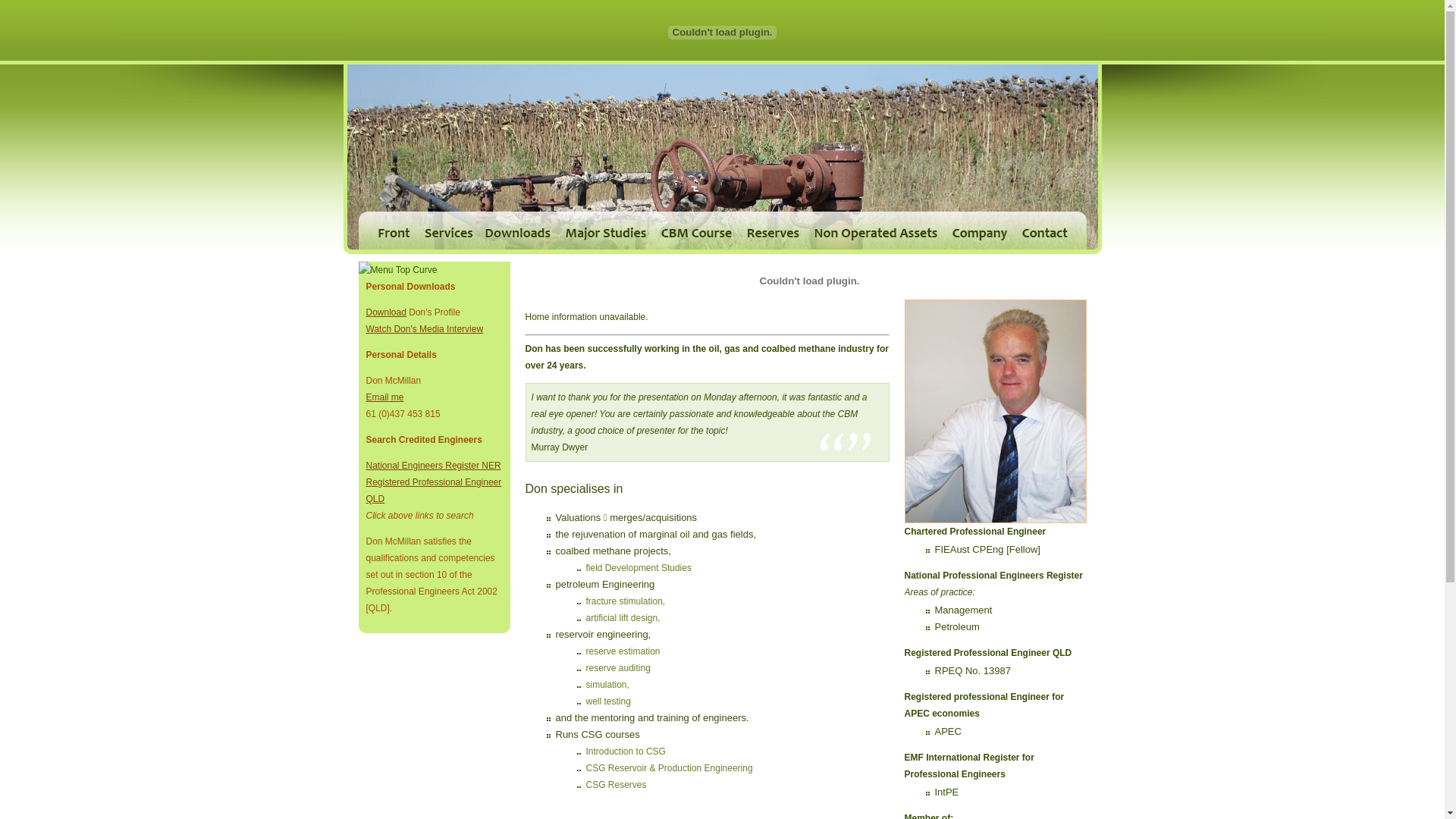 This screenshot has width=1456, height=819. What do you see at coordinates (447, 231) in the screenshot?
I see `'services'` at bounding box center [447, 231].